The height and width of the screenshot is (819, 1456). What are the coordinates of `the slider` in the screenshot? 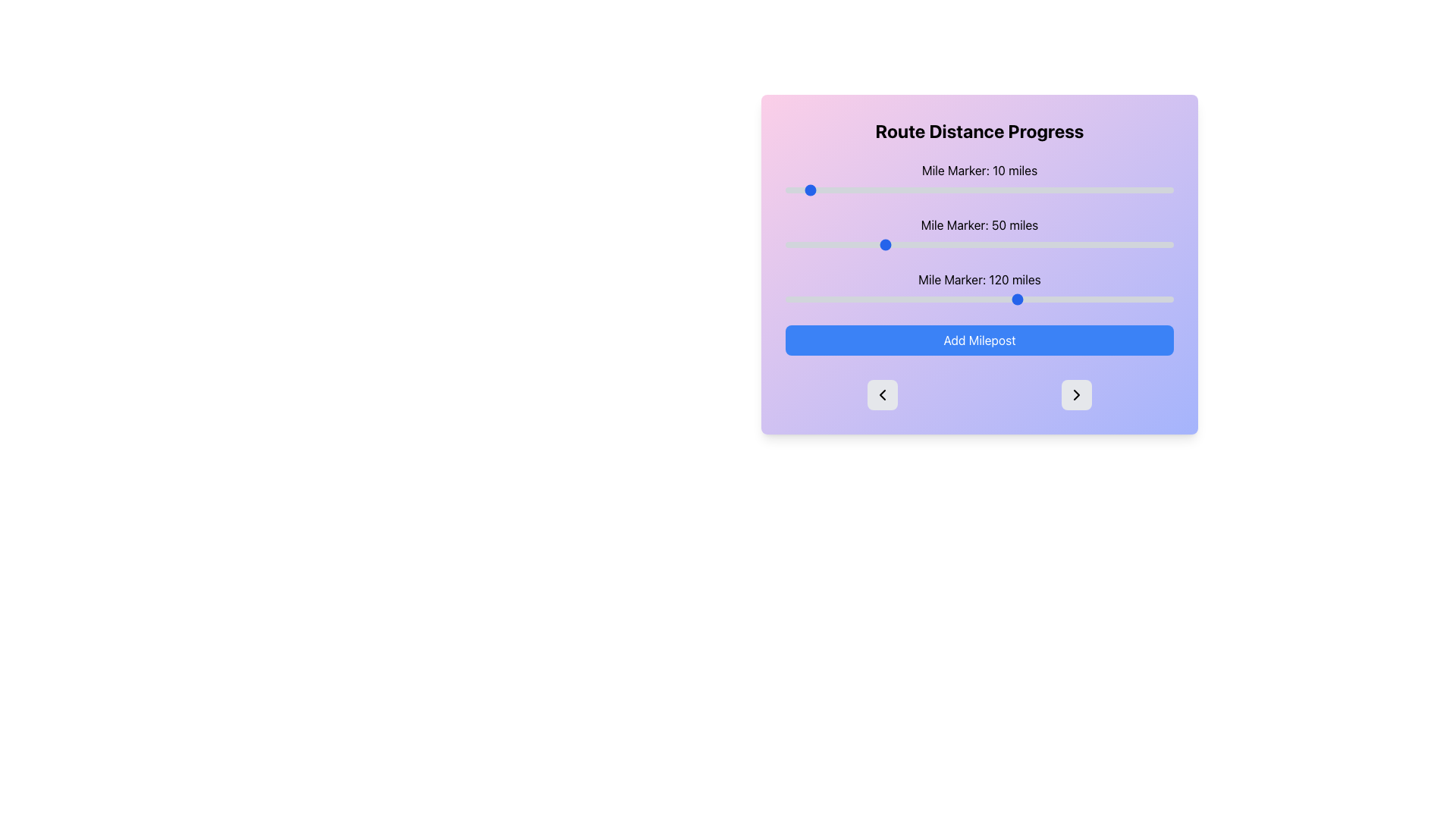 It's located at (792, 189).